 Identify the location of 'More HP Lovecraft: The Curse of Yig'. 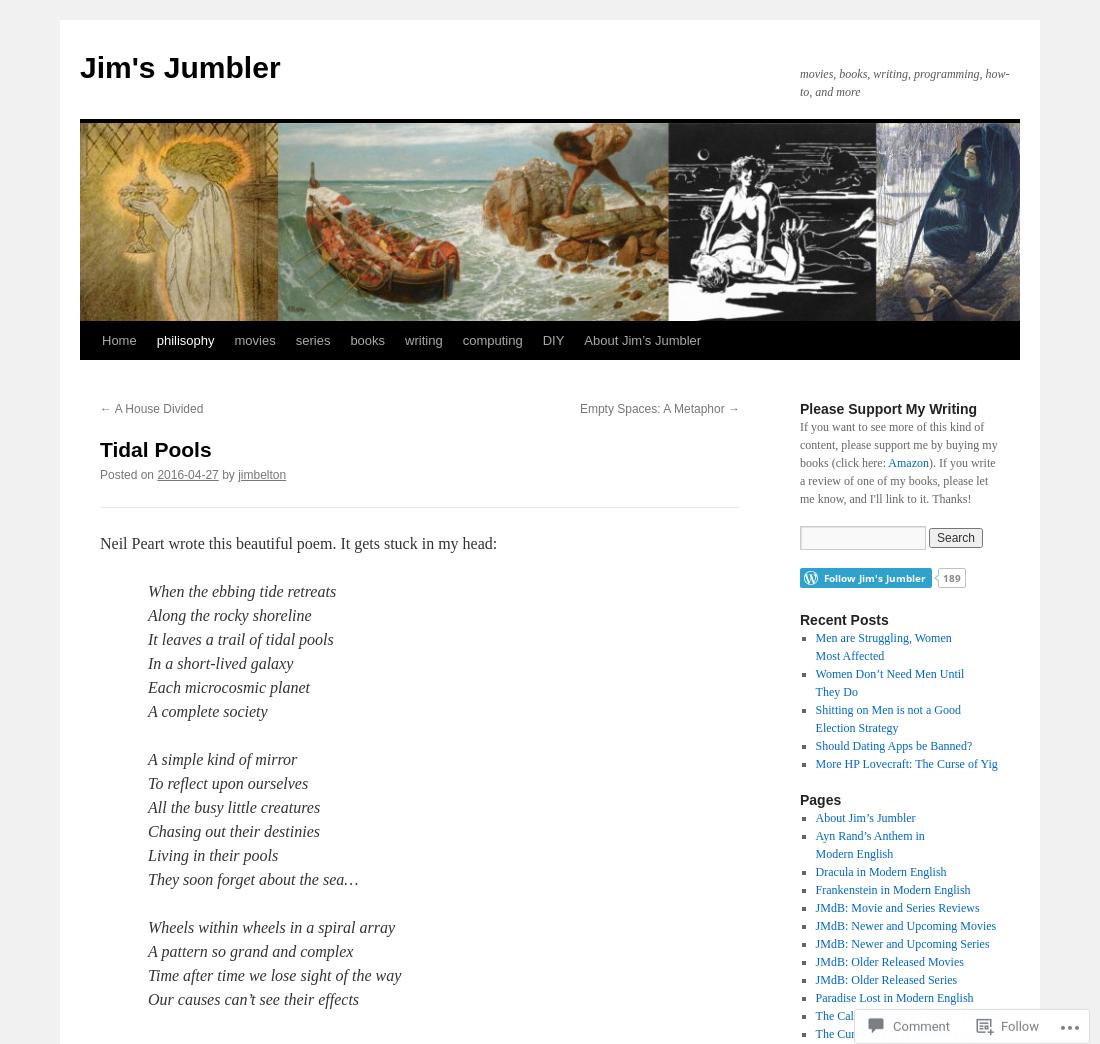
(905, 763).